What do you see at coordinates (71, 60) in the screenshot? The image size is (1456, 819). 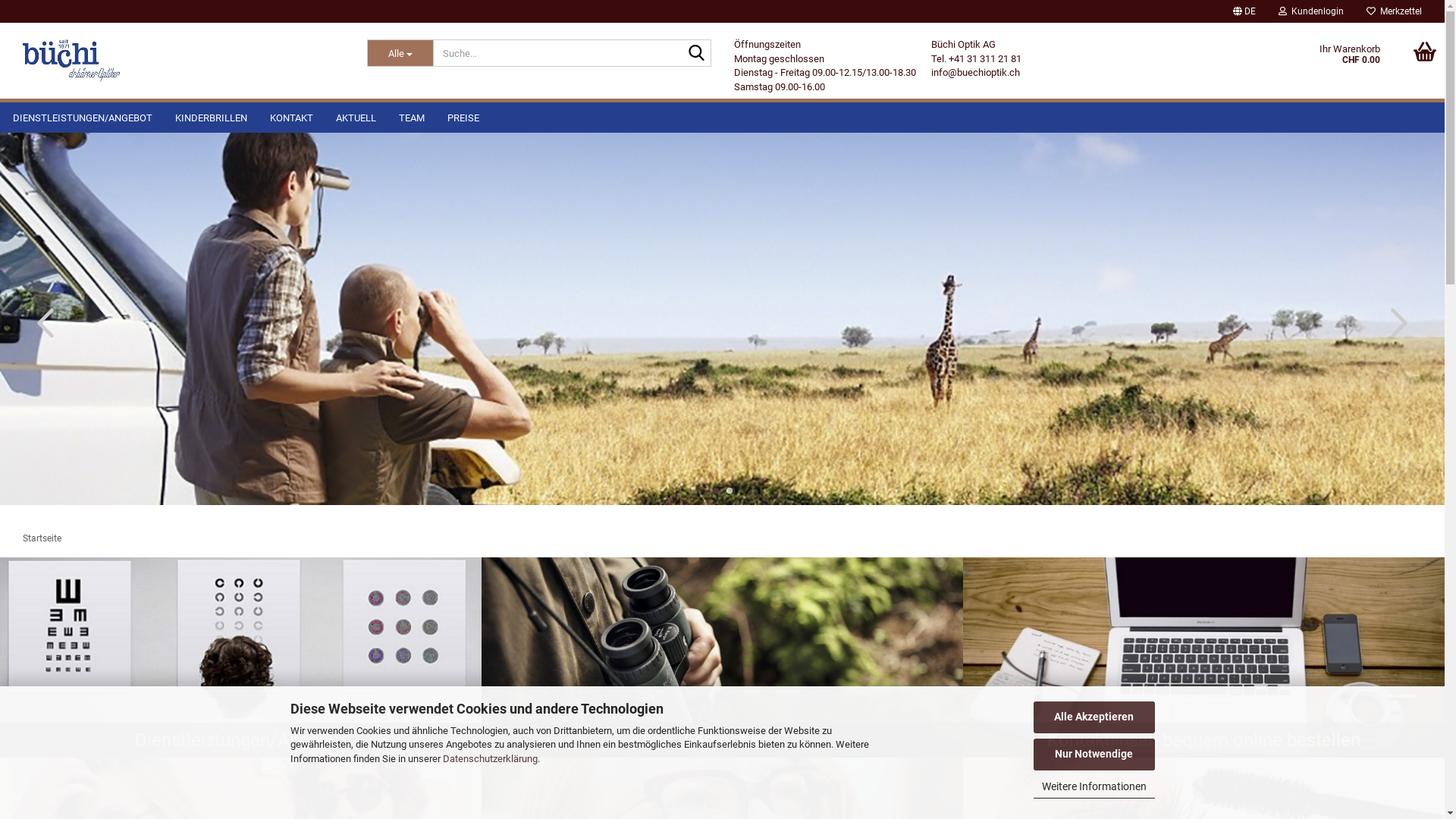 I see `'buechioptik.ch'` at bounding box center [71, 60].